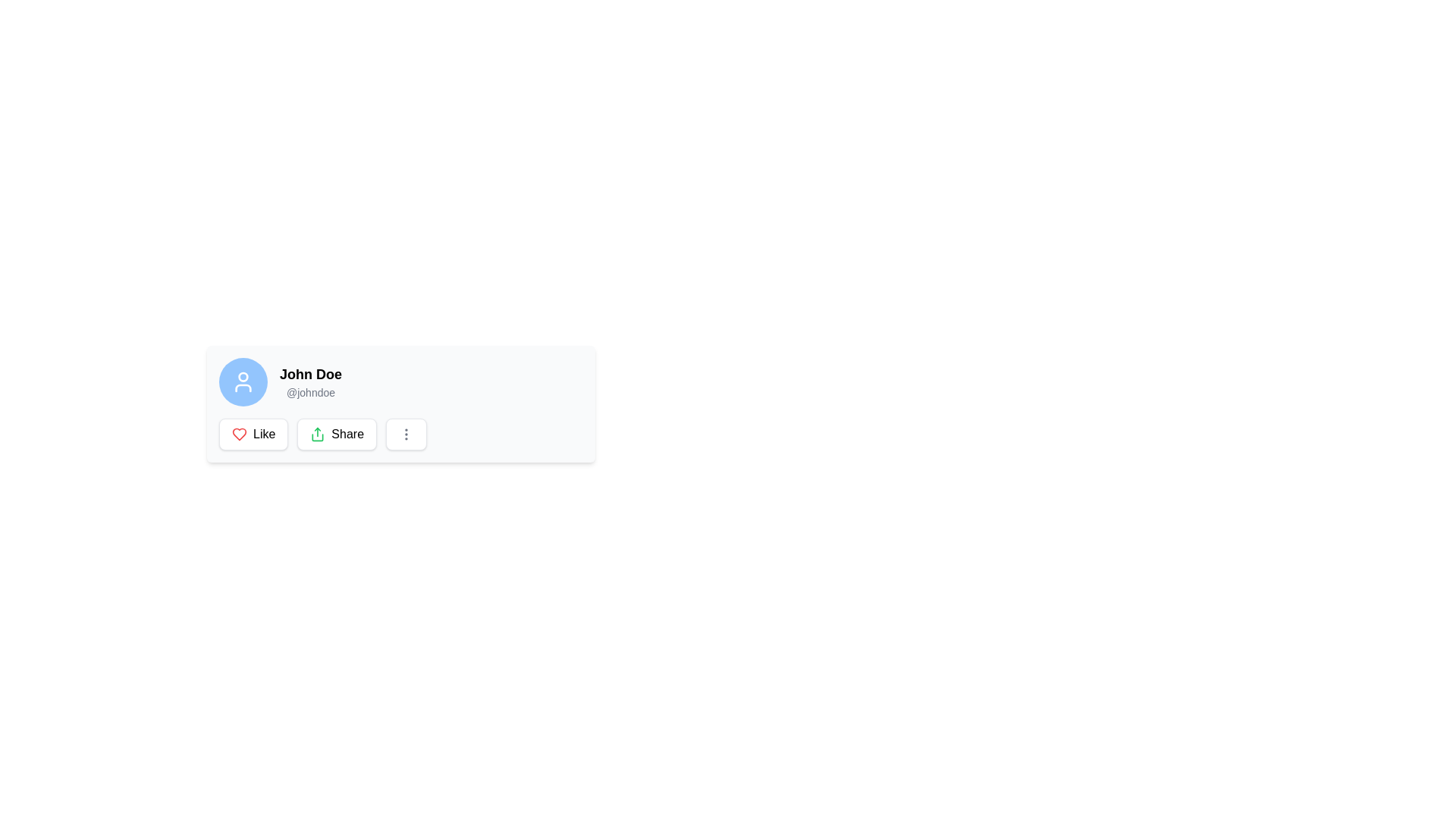  I want to click on the user profile icon, which is a circular blue icon located to the left of the text 'John Doe' and '@johndoe', so click(243, 381).